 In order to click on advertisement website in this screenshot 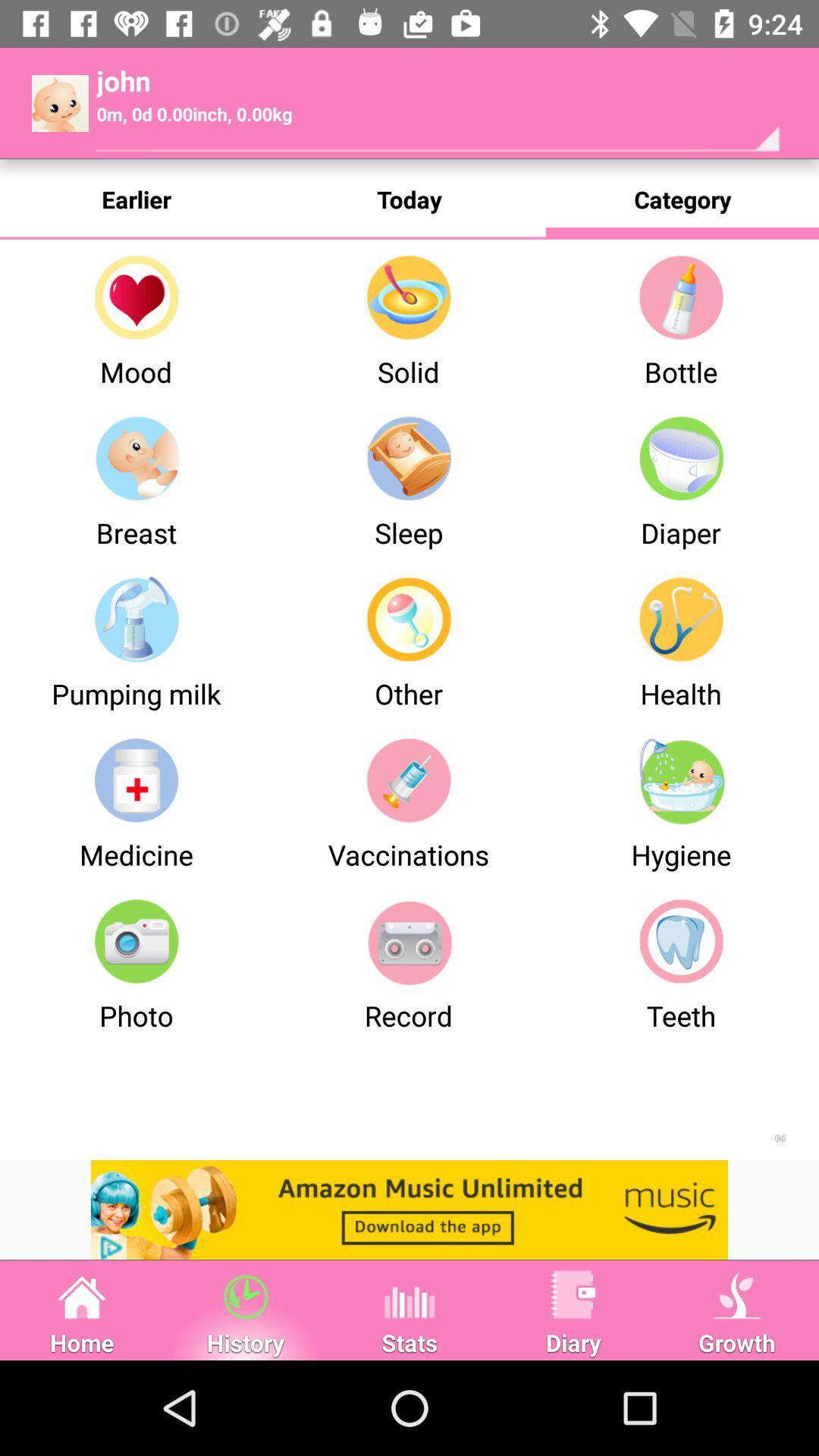, I will do `click(409, 1209)`.